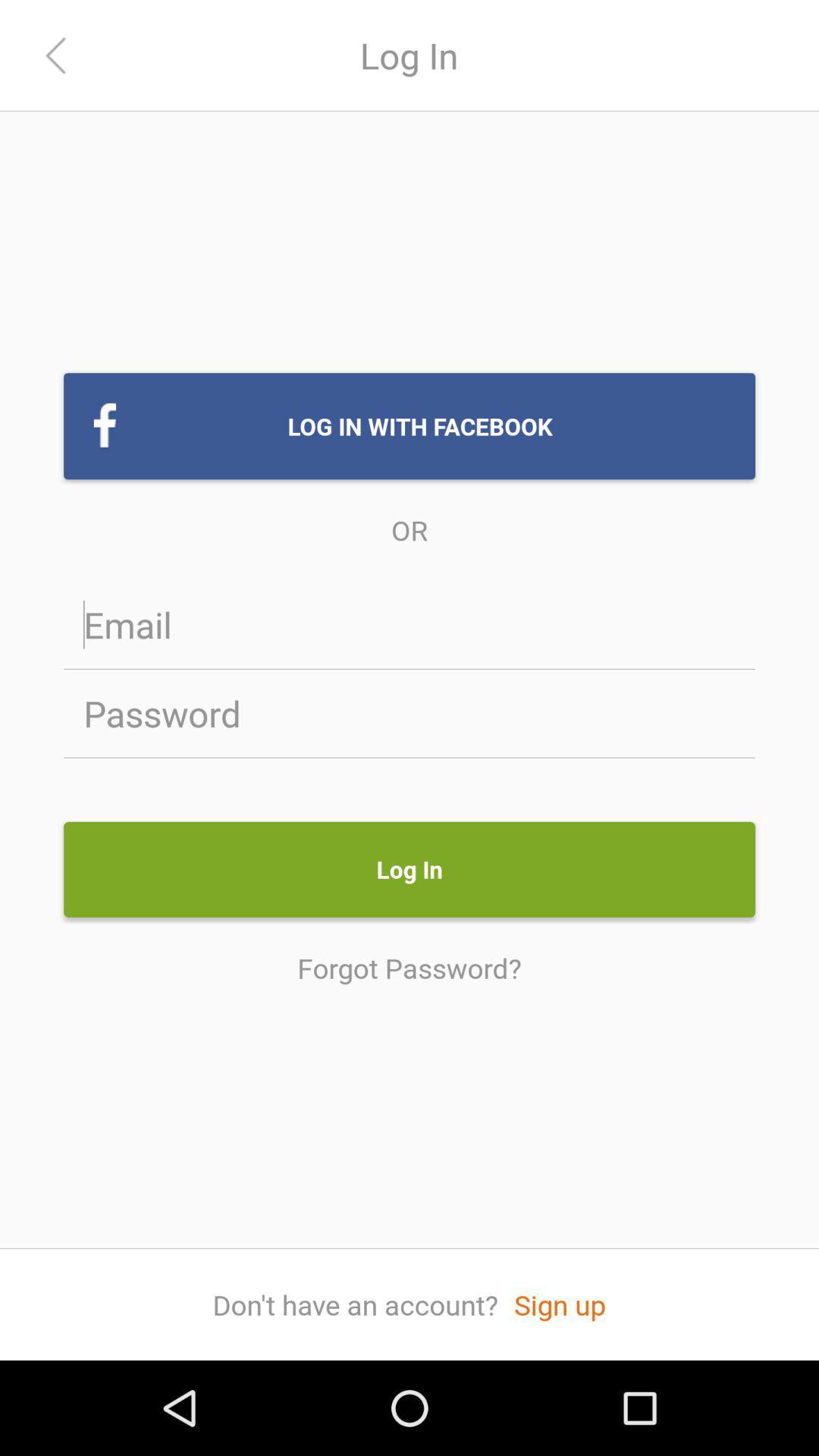 Image resolution: width=819 pixels, height=1456 pixels. I want to click on go back, so click(55, 55).